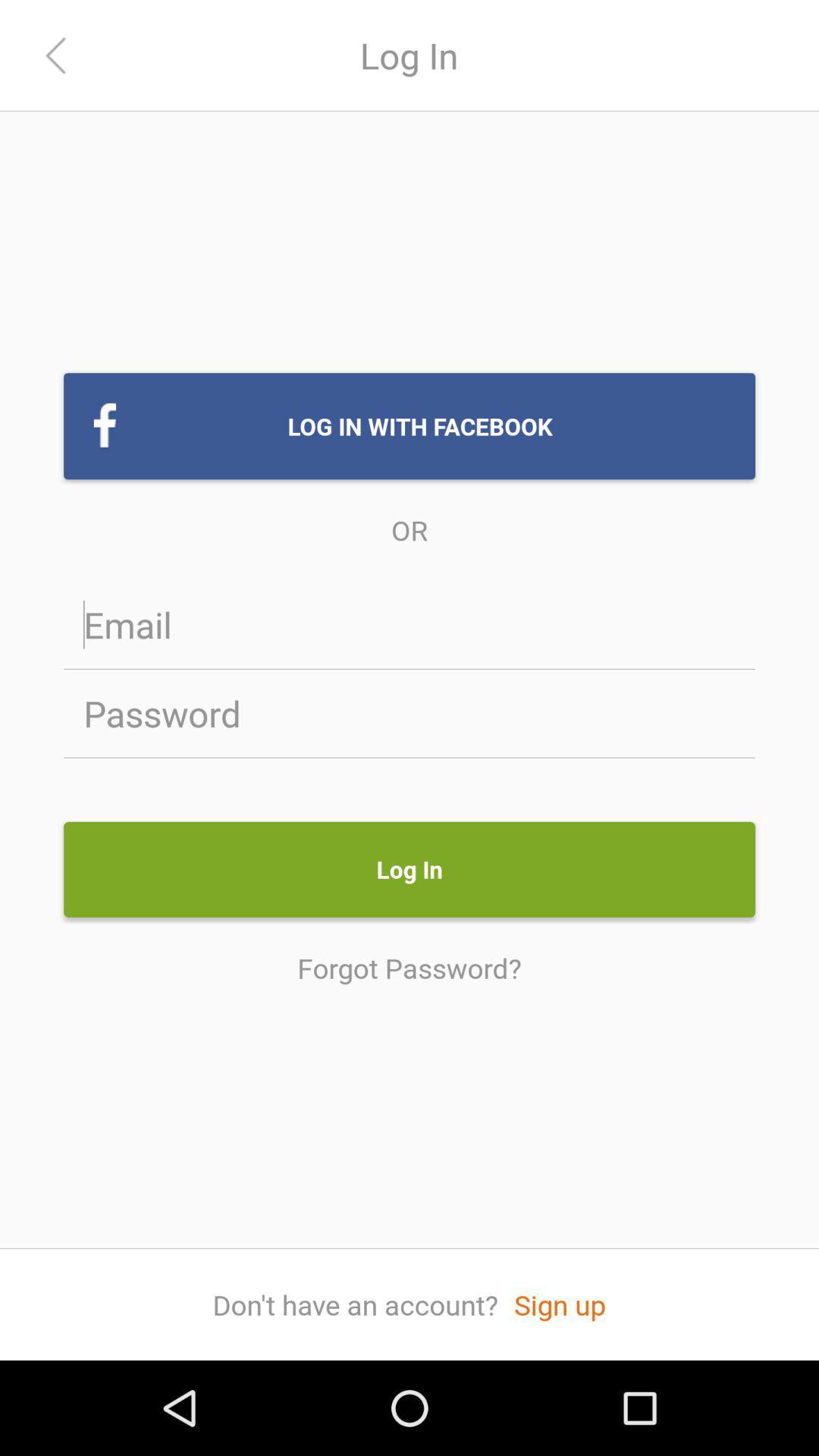 Image resolution: width=819 pixels, height=1456 pixels. I want to click on go back, so click(55, 55).